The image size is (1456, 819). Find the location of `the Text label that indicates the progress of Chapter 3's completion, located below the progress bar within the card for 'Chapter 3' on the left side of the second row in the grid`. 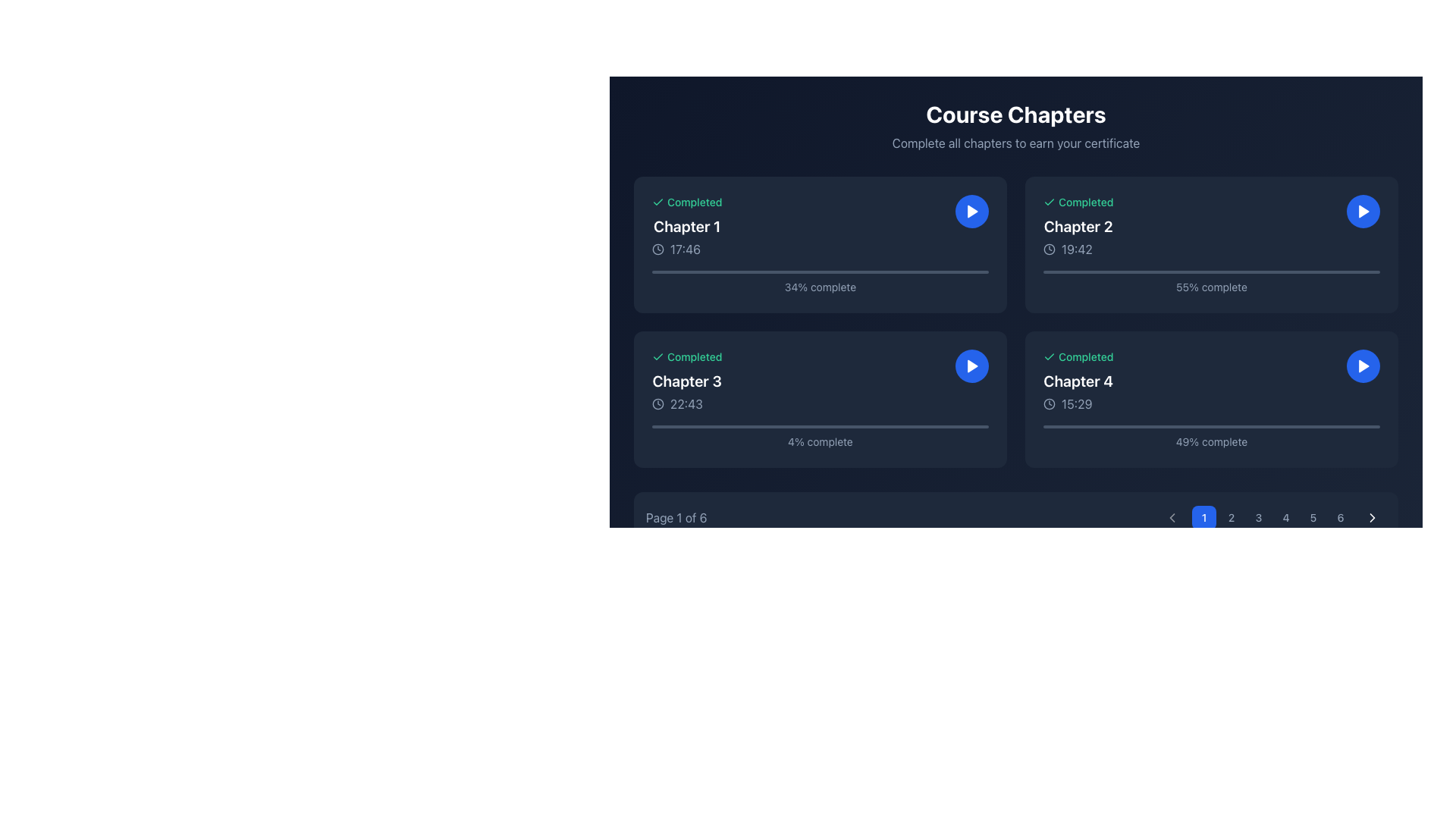

the Text label that indicates the progress of Chapter 3's completion, located below the progress bar within the card for 'Chapter 3' on the left side of the second row in the grid is located at coordinates (819, 438).